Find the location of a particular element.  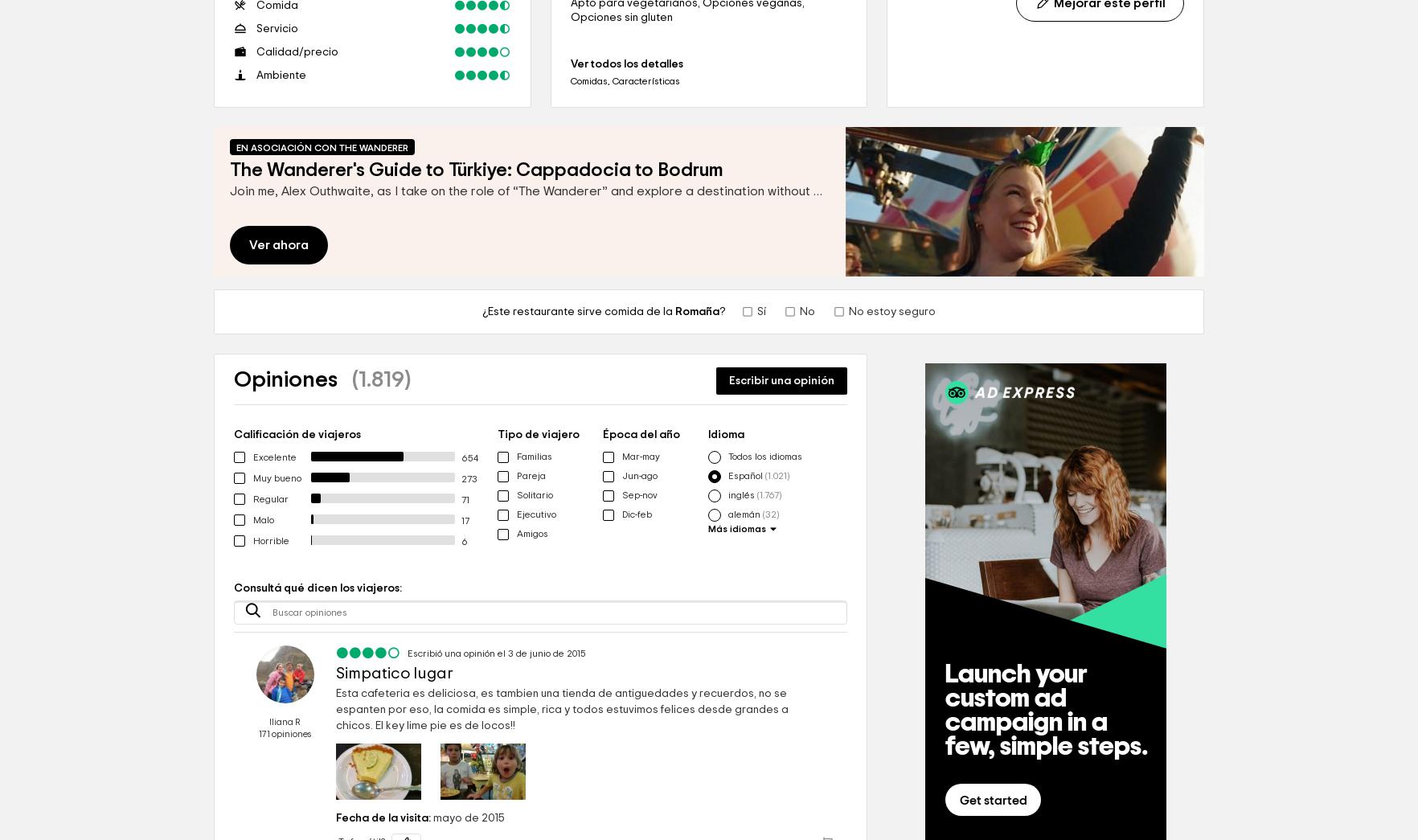

'171 opiniones' is located at coordinates (285, 734).